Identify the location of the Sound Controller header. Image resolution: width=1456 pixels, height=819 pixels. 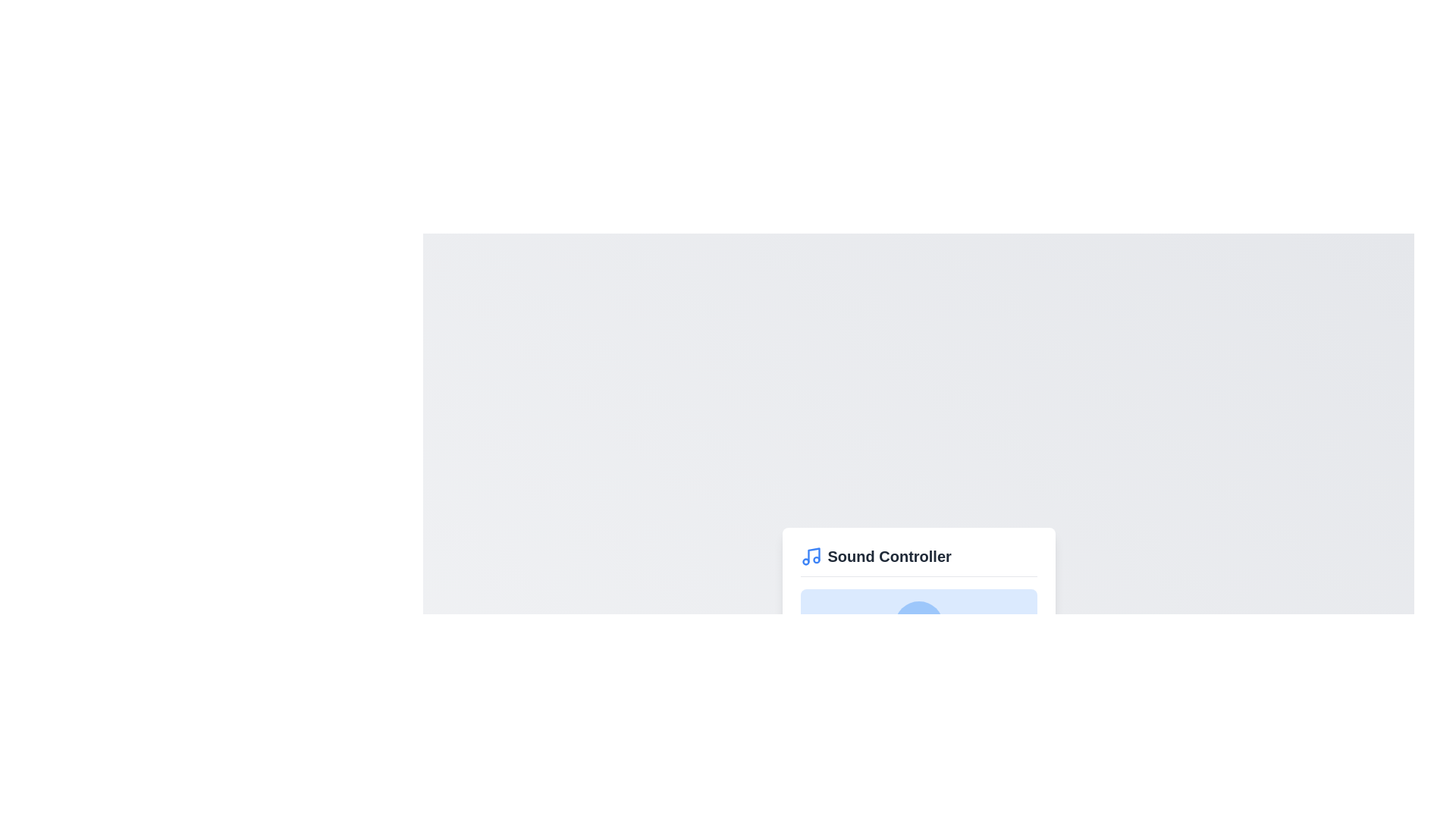
(918, 561).